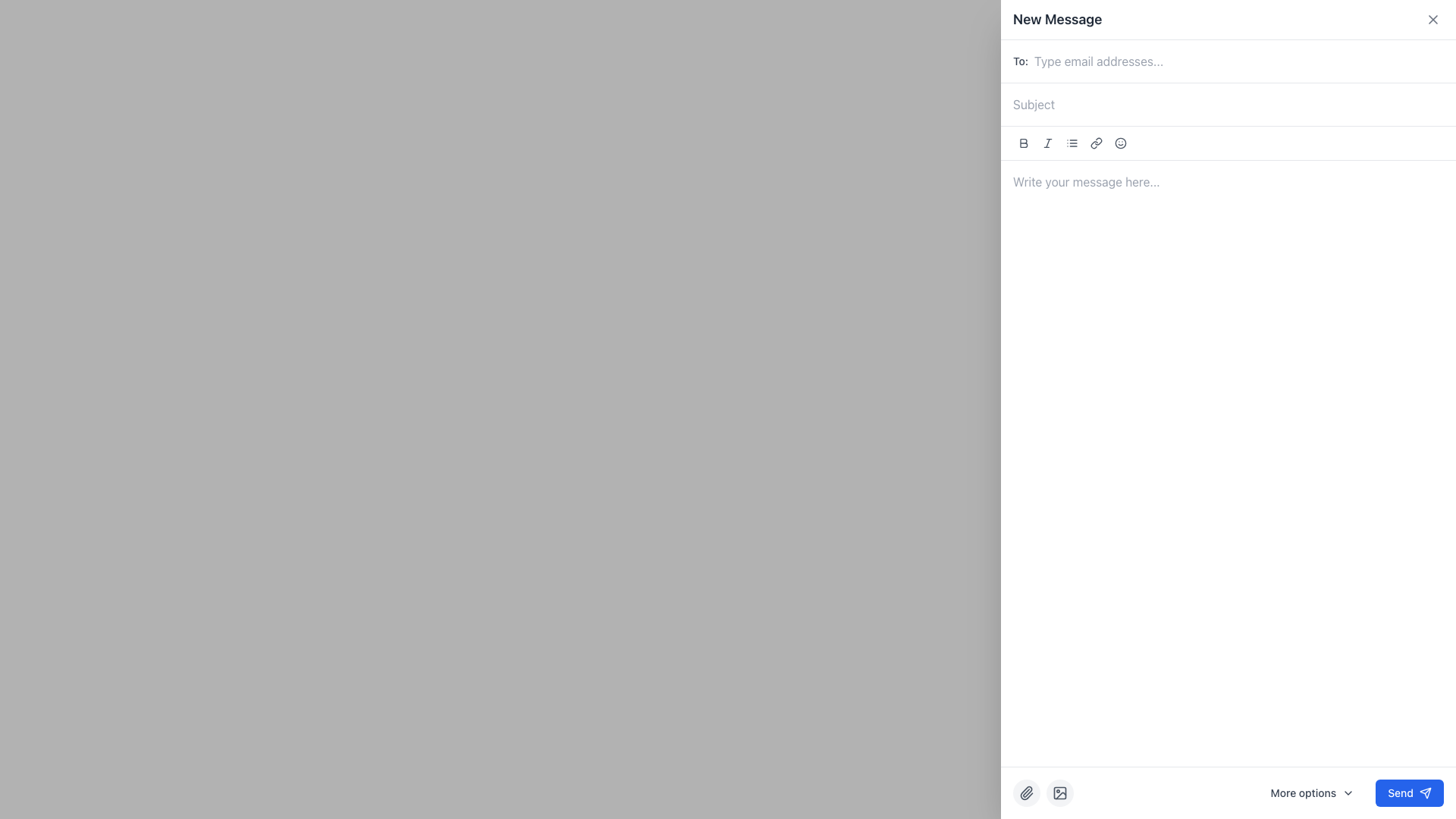 The image size is (1456, 819). I want to click on the bold formatting button, which is the first button in the formatting options row beneath the subject line in the email composition interface, so click(1023, 143).